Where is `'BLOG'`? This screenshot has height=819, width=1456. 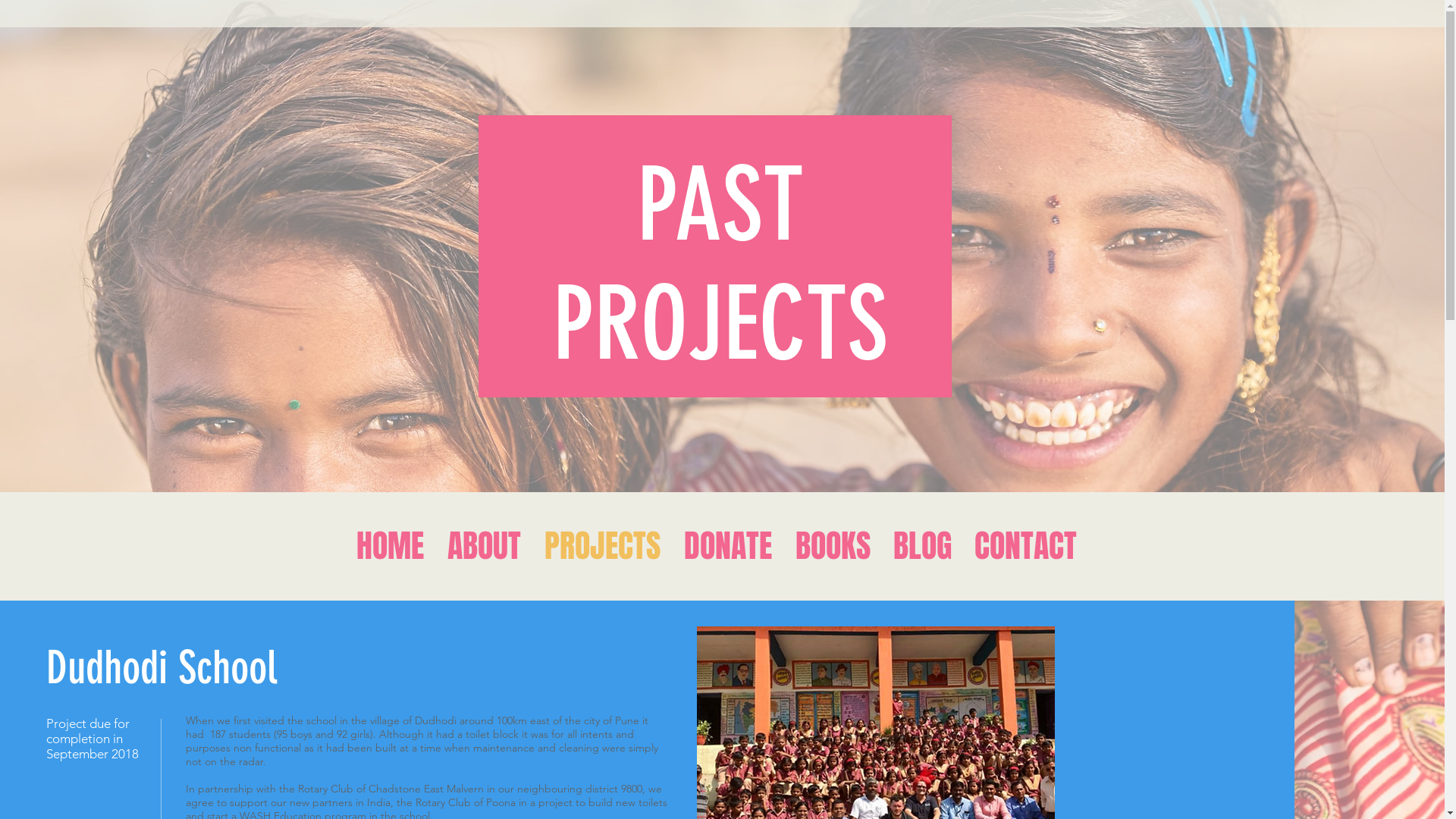 'BLOG' is located at coordinates (921, 546).